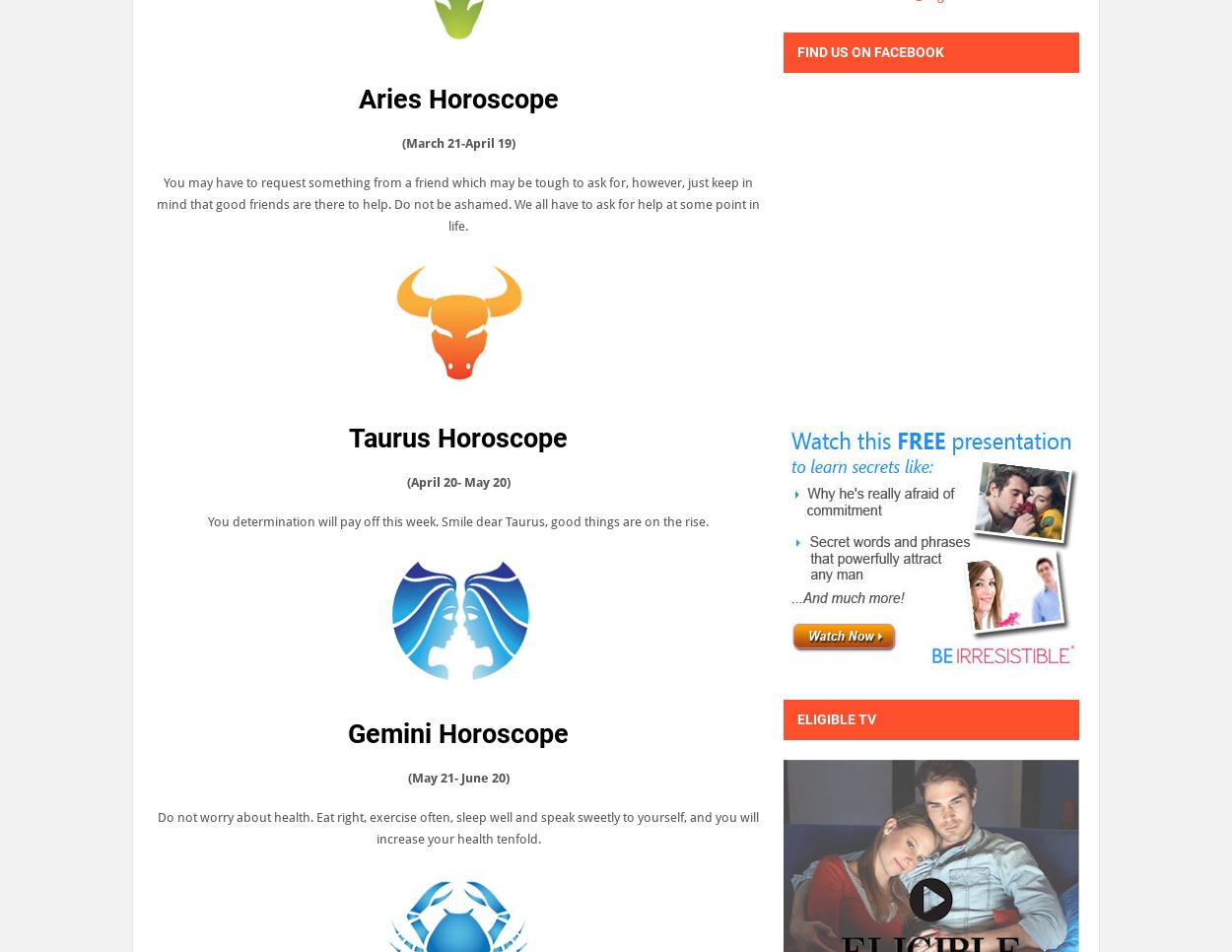 The image size is (1232, 952). Describe the element at coordinates (457, 827) in the screenshot. I see `'Do not worry about health. Eat right, exercise often, sleep well and speak sweetly to yourself, and you will increase your health tenfold.'` at that location.